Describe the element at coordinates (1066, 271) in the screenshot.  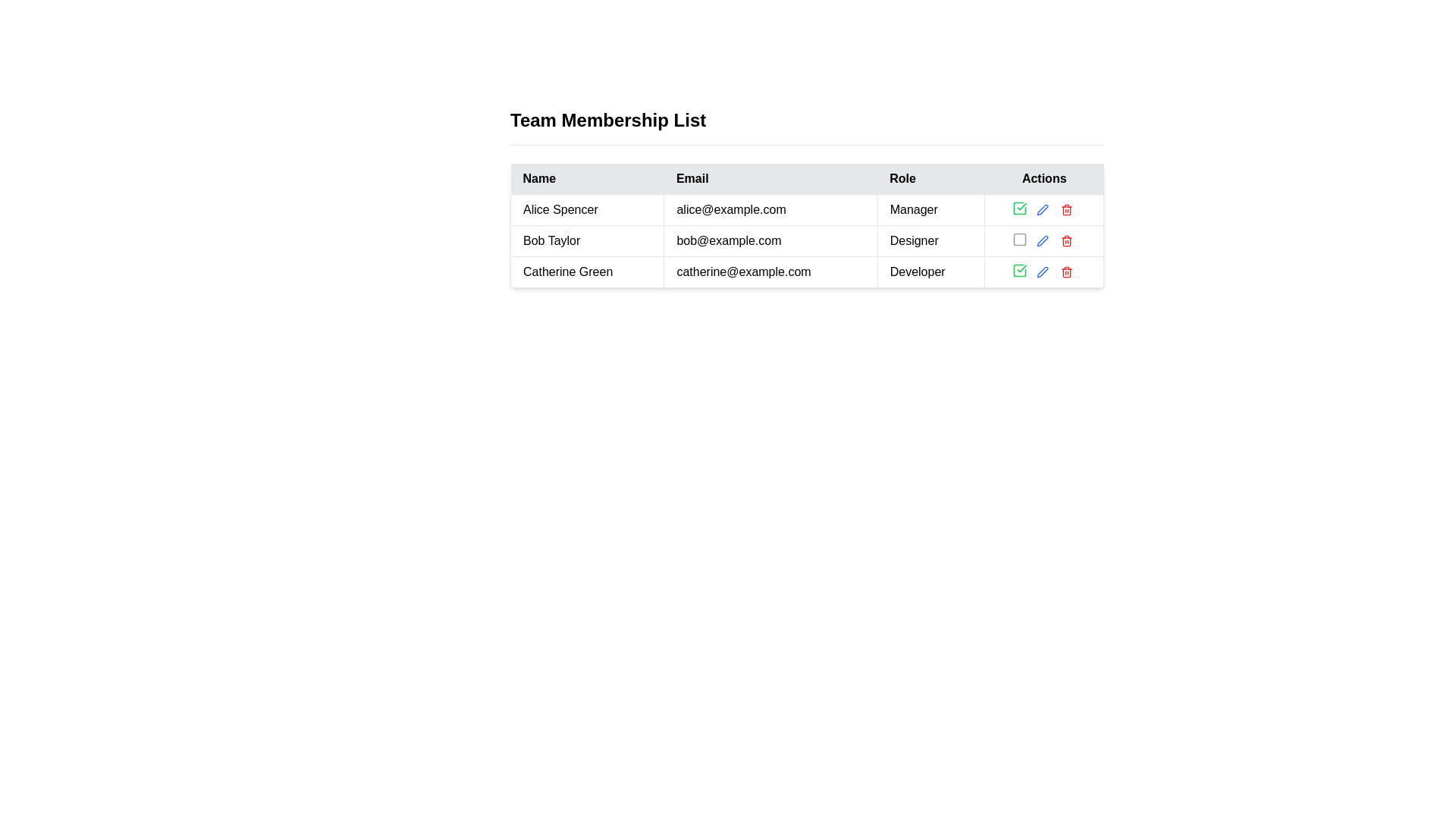
I see `the red trashcan icon in the Actions column of the last row in the table` at that location.